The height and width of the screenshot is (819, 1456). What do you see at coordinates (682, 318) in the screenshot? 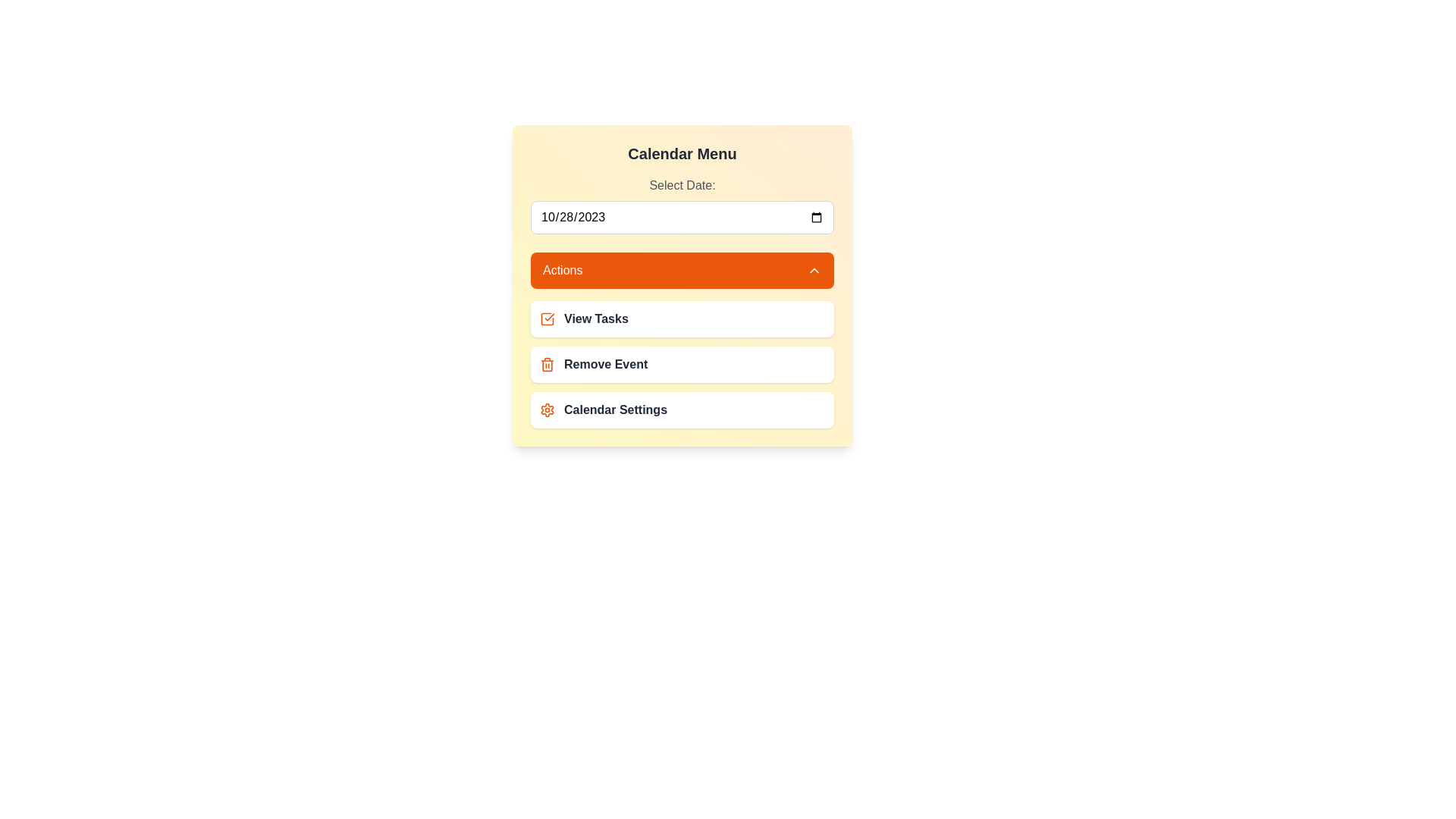
I see `the action 'View Tasks' from the menu` at bounding box center [682, 318].